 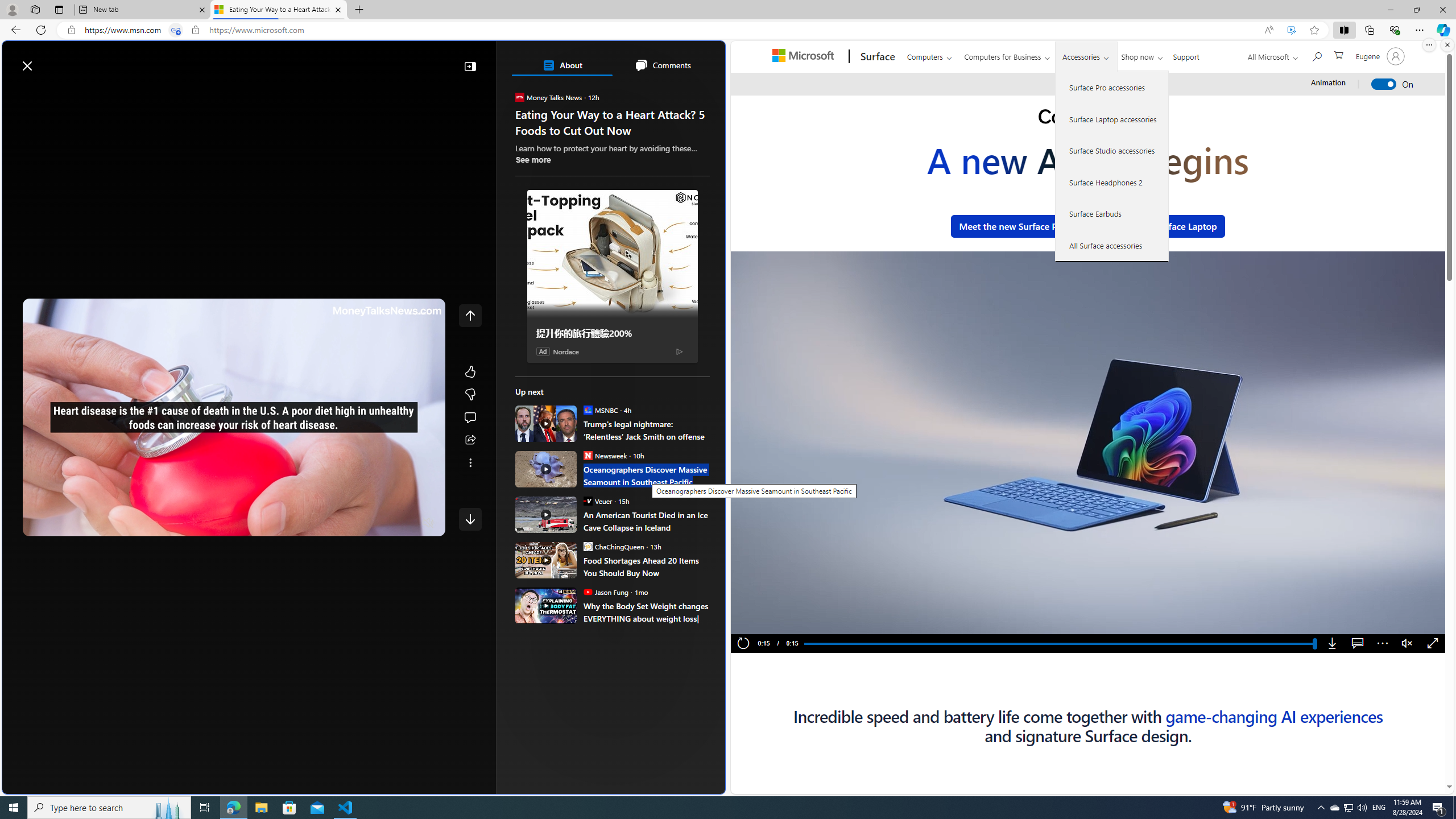 What do you see at coordinates (876, 56) in the screenshot?
I see `'Surface'` at bounding box center [876, 56].